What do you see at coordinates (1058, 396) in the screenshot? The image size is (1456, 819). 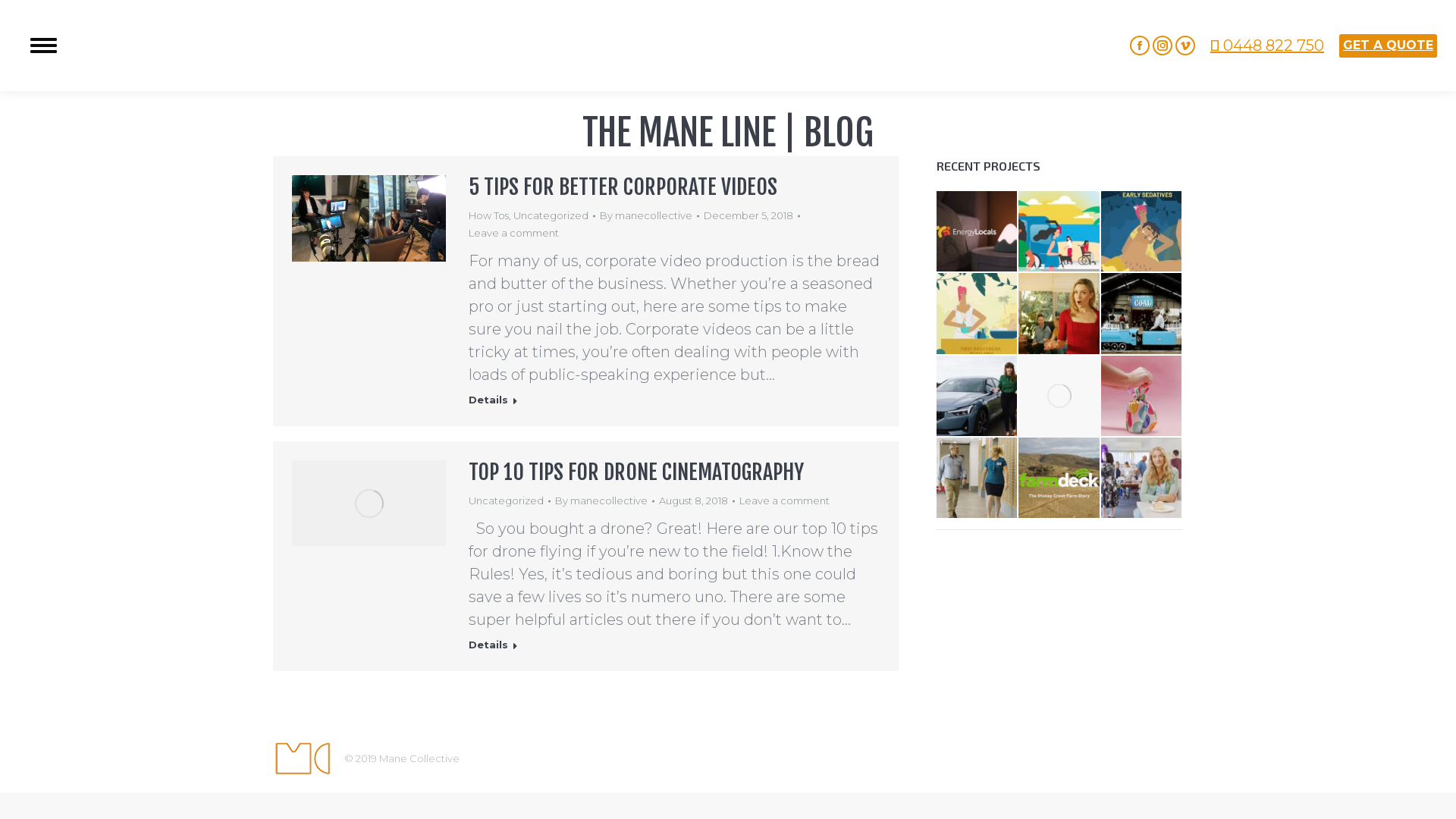 I see `'Dharawal | People Places Stories | WCC'` at bounding box center [1058, 396].